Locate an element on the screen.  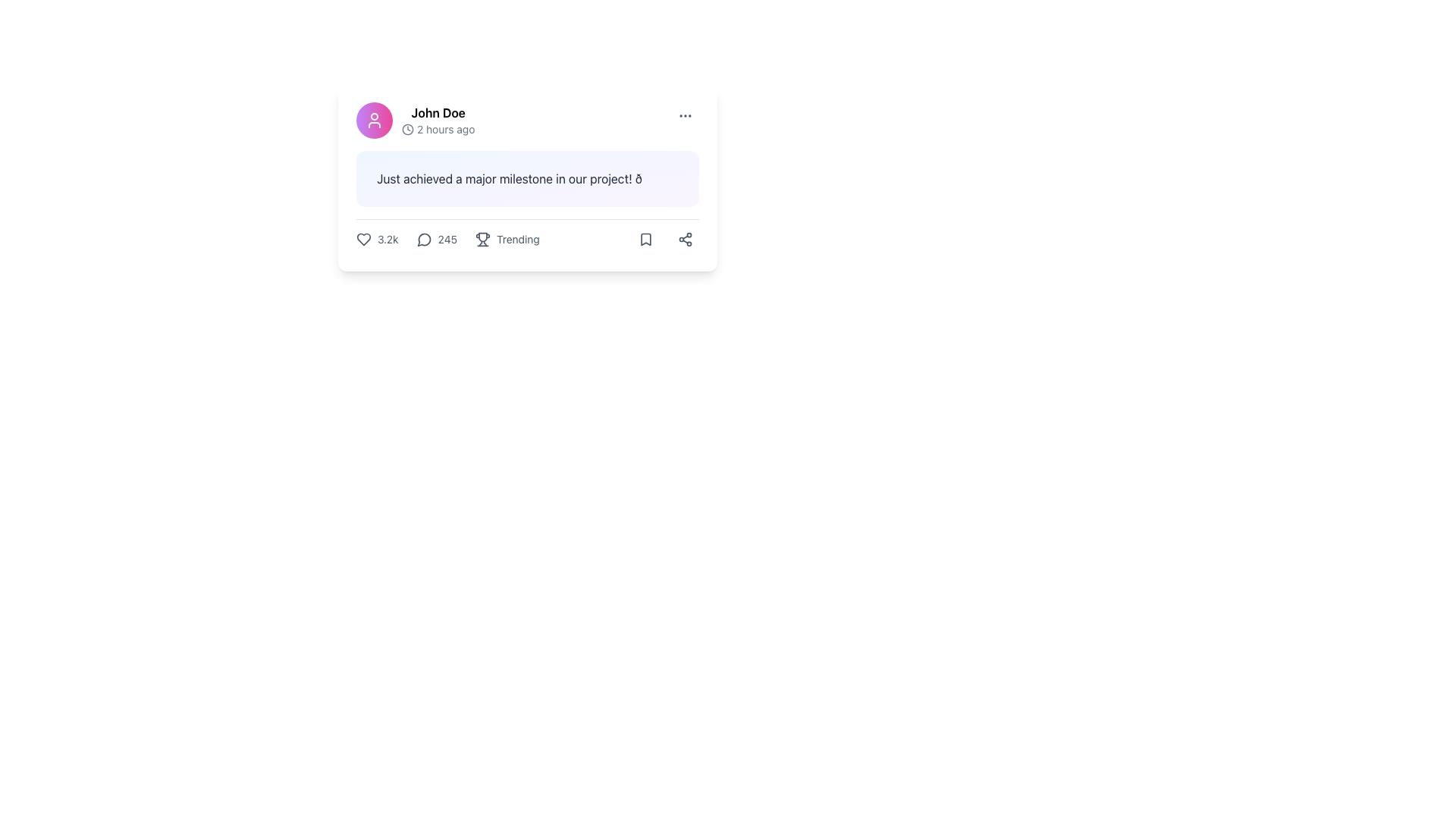
the comment count indicator, which is represented by a speech bubble icon and the number '245' next to it is located at coordinates (436, 239).